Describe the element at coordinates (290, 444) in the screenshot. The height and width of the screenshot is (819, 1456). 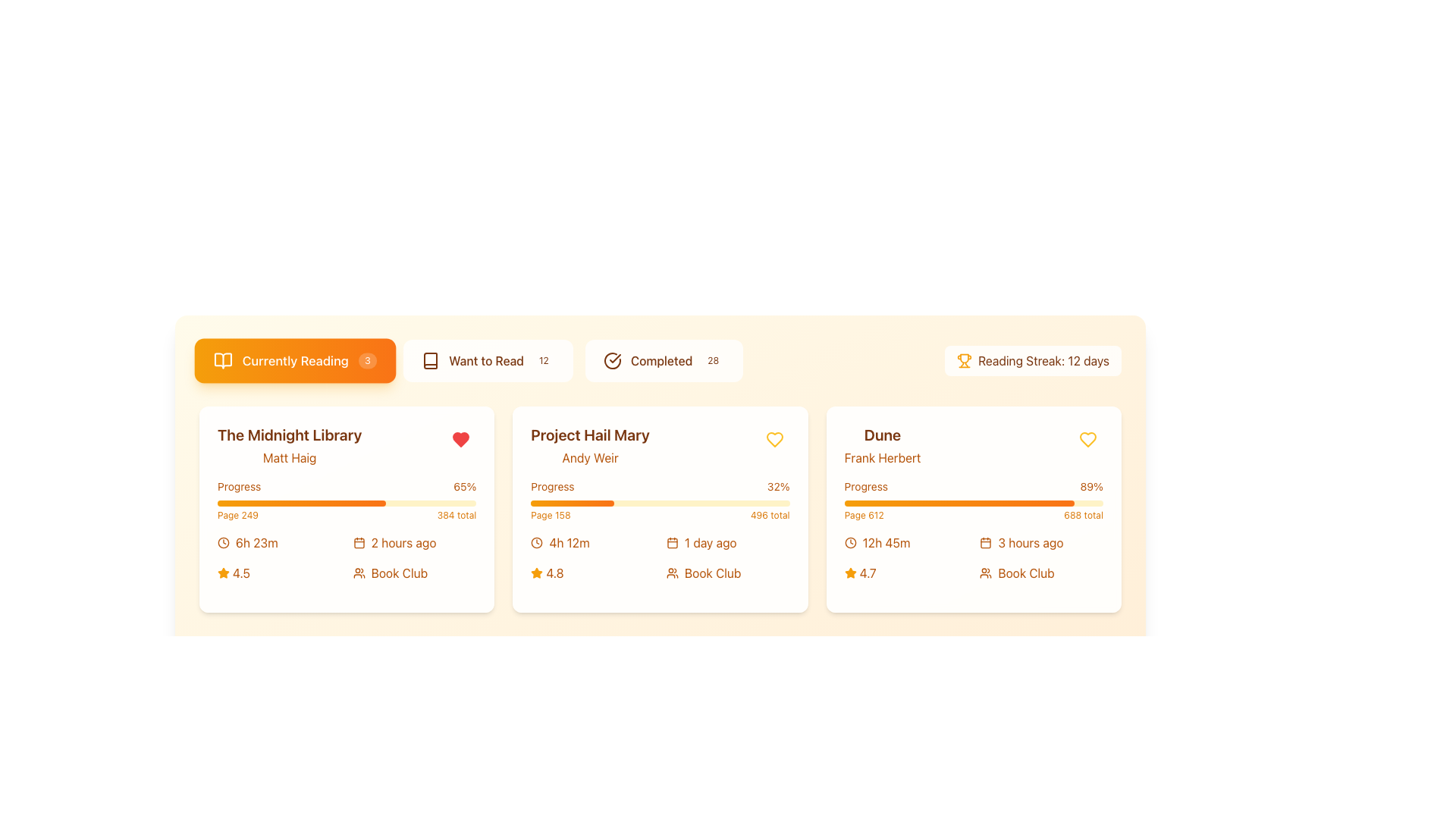
I see `text displayed in the title and subtitle combination, which includes 'The Midnight Library' in large bold dark amber text and 'Matt Haig' in smaller lighter amber text, located in the first card under the 'Currently Reading' section` at that location.